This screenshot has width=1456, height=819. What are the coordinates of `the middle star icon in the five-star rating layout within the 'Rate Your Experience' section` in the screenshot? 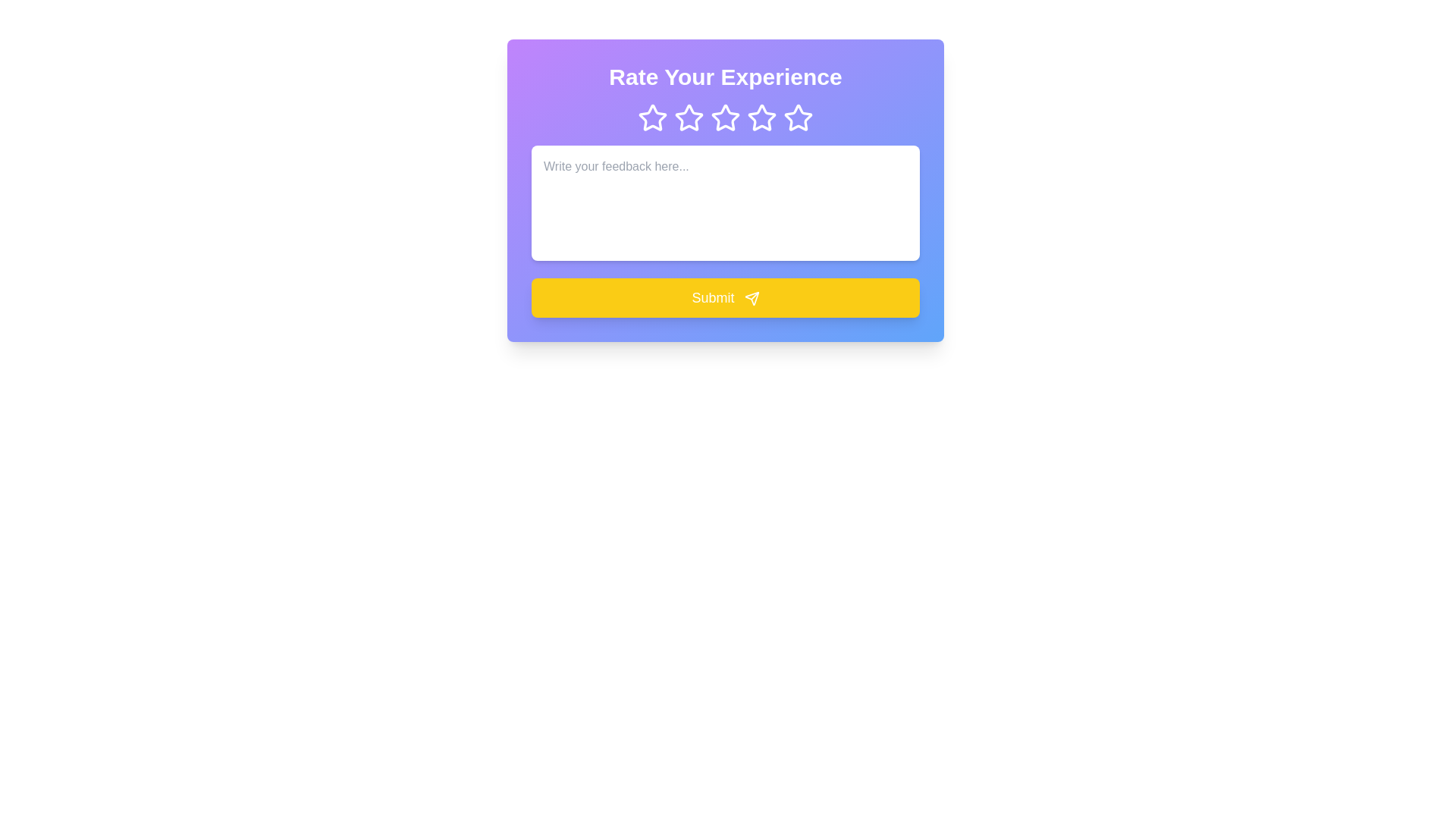 It's located at (724, 117).